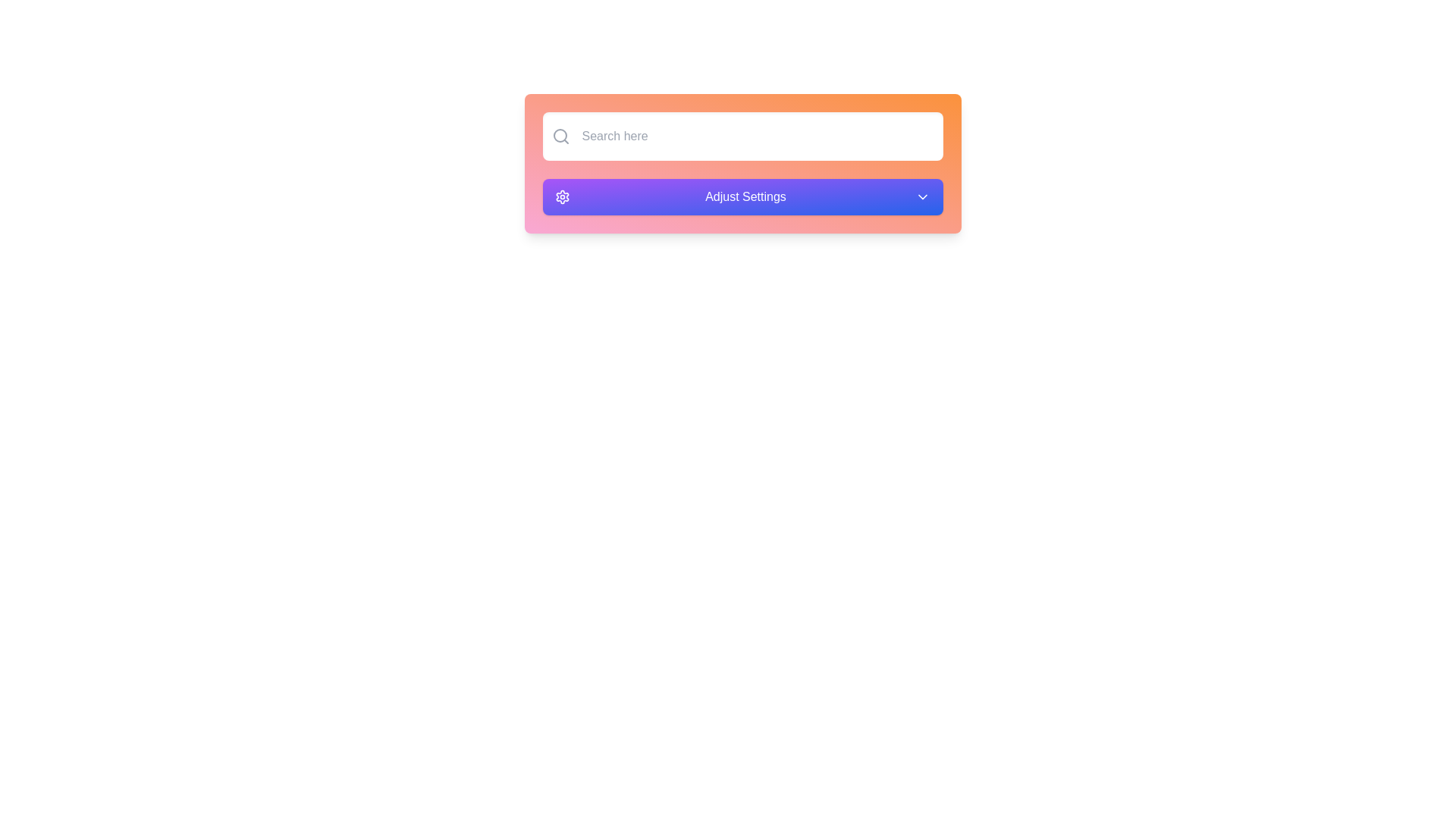  Describe the element at coordinates (922, 196) in the screenshot. I see `the chevron icon located on the right-hand side of the 'Adjust Settings' button` at that location.